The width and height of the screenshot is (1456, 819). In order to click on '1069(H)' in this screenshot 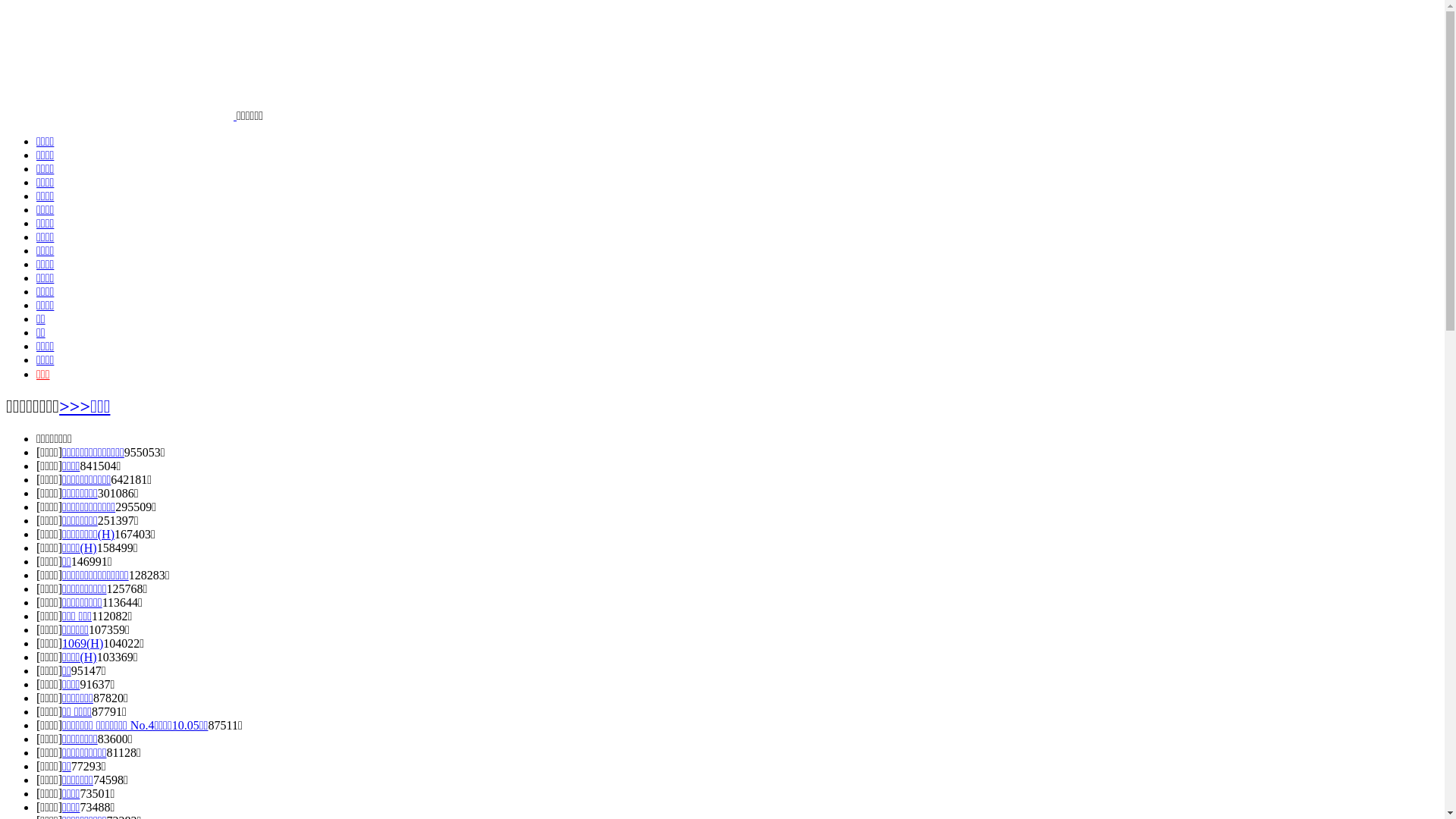, I will do `click(82, 643)`.